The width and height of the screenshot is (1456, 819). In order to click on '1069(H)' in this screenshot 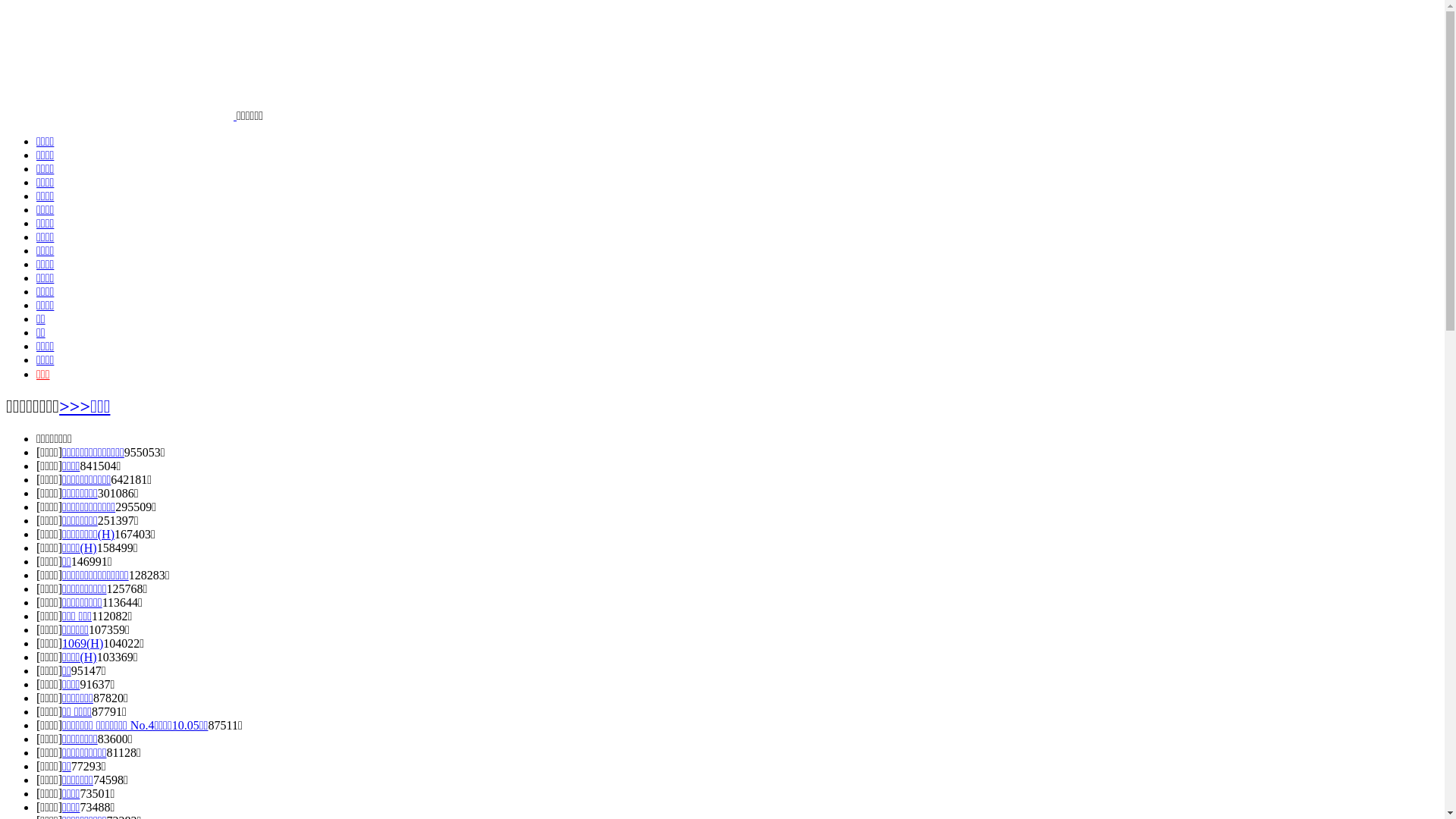, I will do `click(82, 643)`.